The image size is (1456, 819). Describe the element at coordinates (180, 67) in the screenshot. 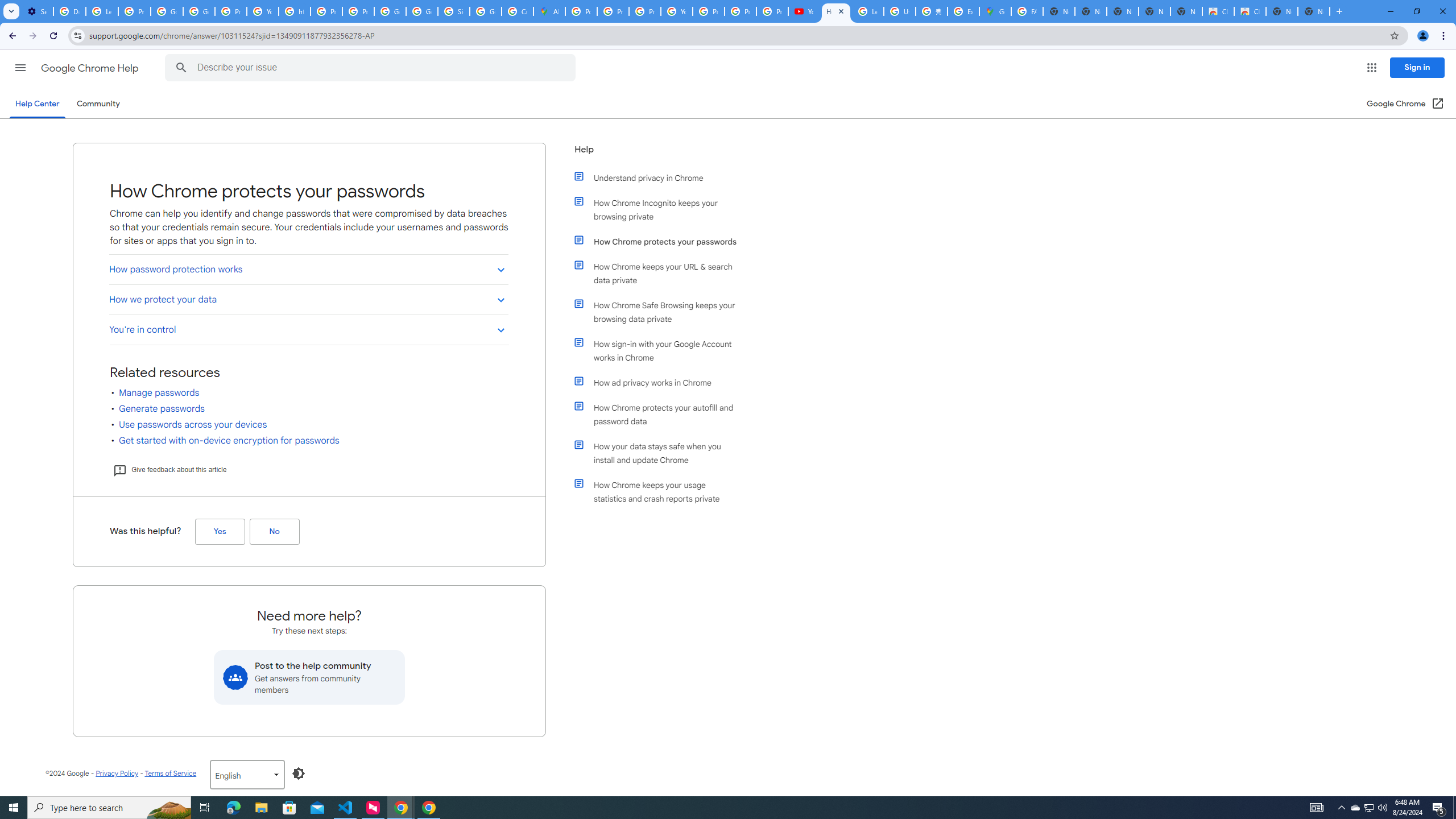

I see `'Search Help Center'` at that location.